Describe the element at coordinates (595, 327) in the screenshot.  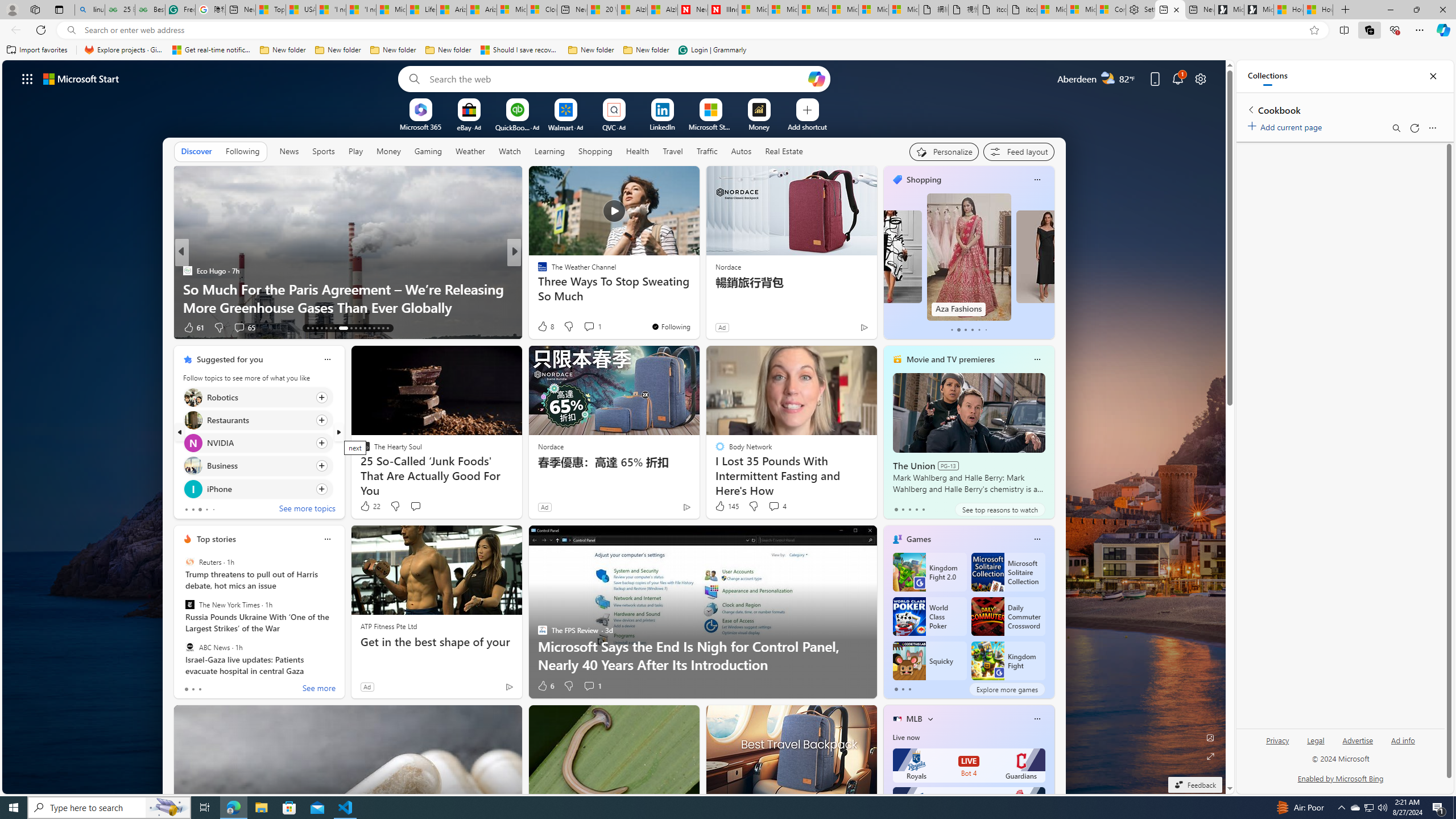
I see `'View comments 3 Comment'` at that location.